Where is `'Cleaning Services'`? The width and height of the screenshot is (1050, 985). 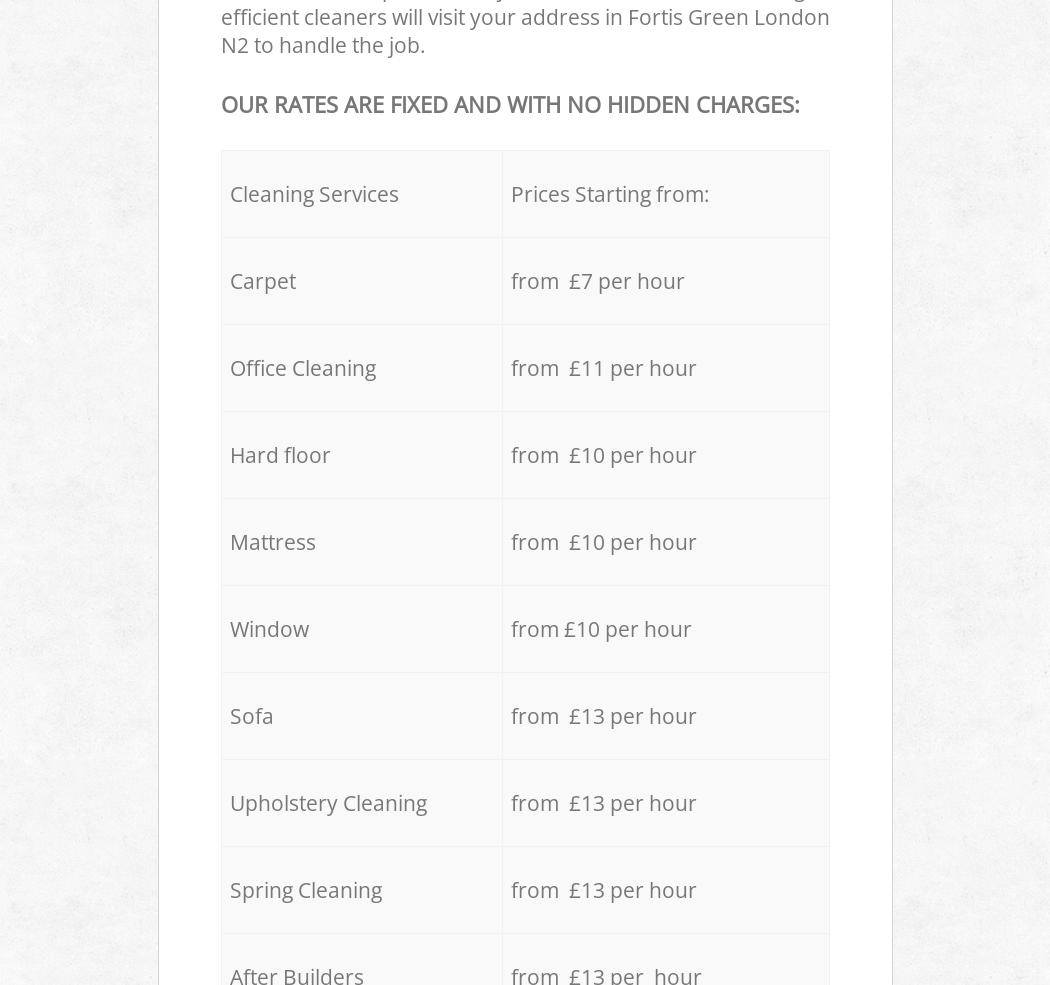
'Cleaning Services' is located at coordinates (313, 192).